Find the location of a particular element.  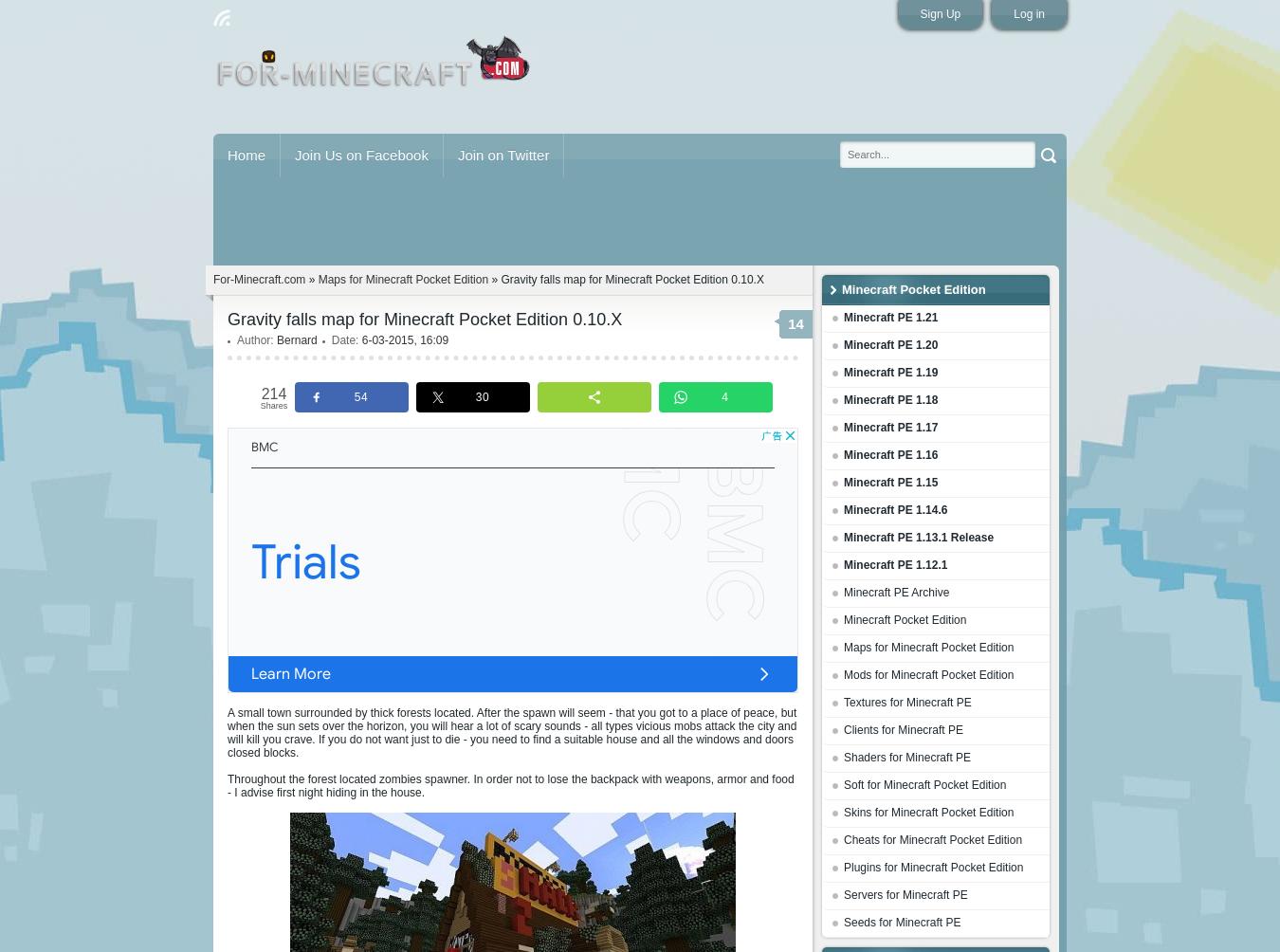

'Join Us on Facebook' is located at coordinates (294, 154).